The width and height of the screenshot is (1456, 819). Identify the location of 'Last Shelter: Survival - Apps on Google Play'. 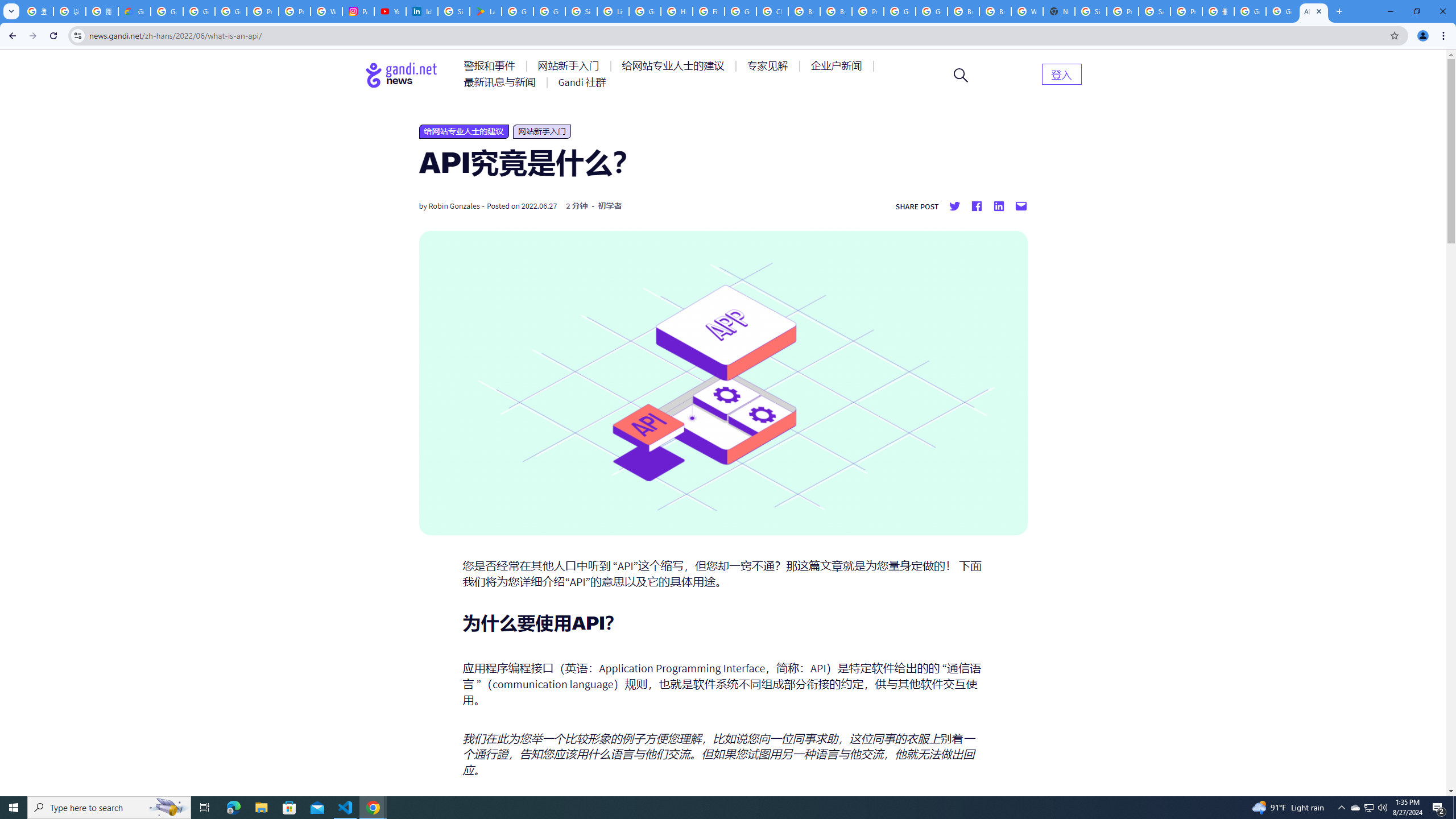
(485, 11).